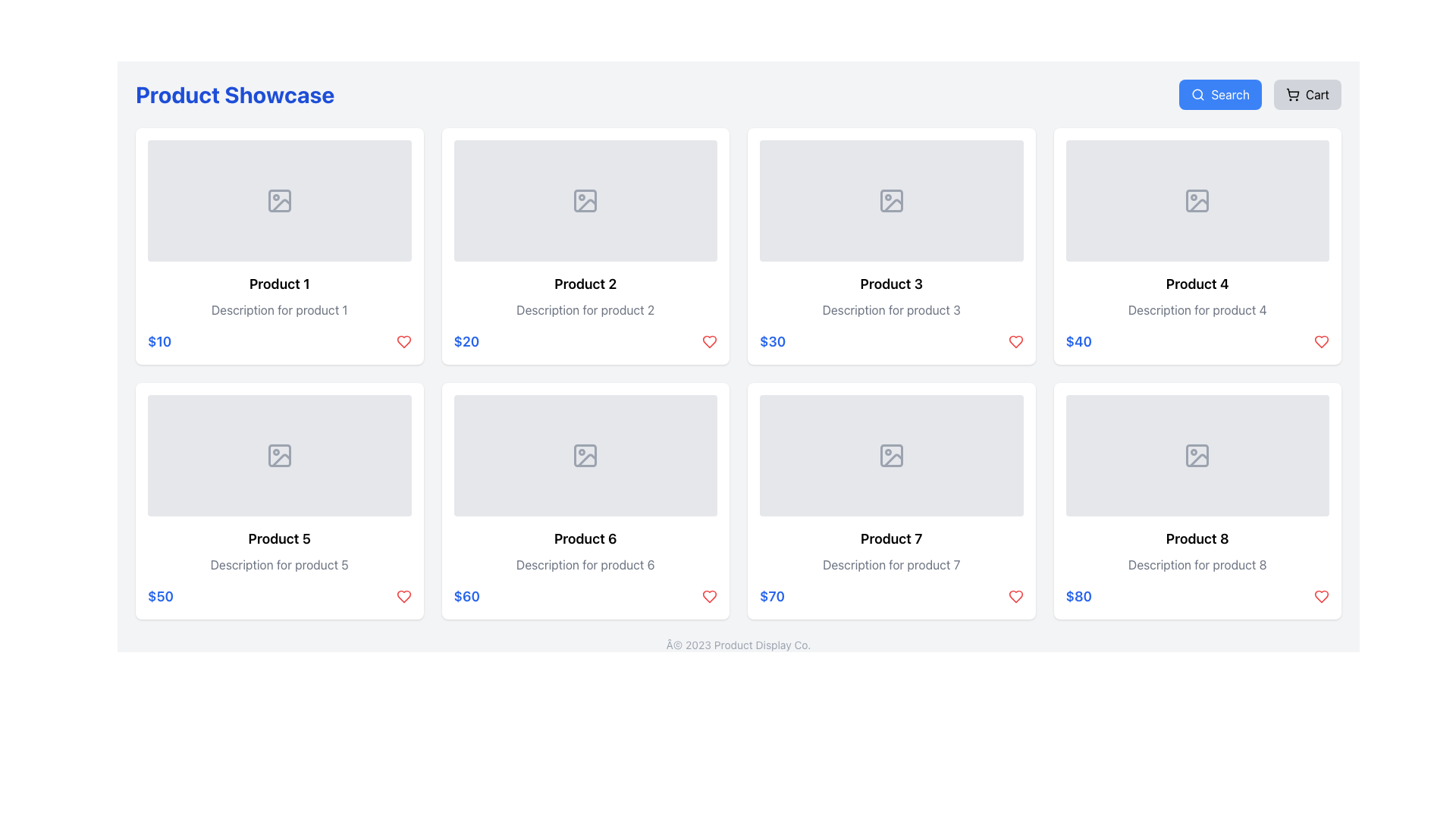  What do you see at coordinates (279, 455) in the screenshot?
I see `the icon representing a missing image located in the top section of the 'Product 5' card within the product showcase grid` at bounding box center [279, 455].